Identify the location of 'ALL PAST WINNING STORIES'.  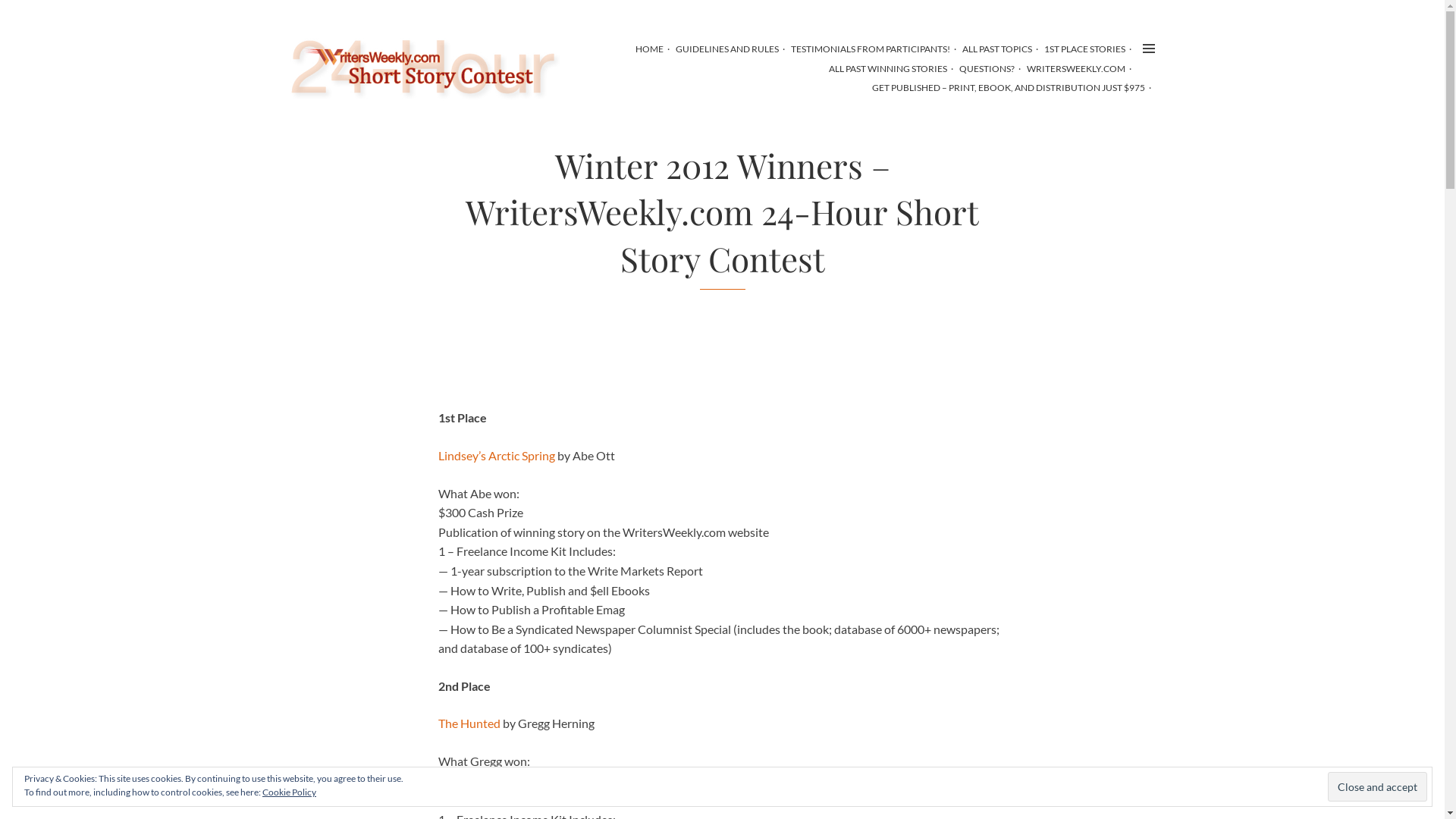
(887, 68).